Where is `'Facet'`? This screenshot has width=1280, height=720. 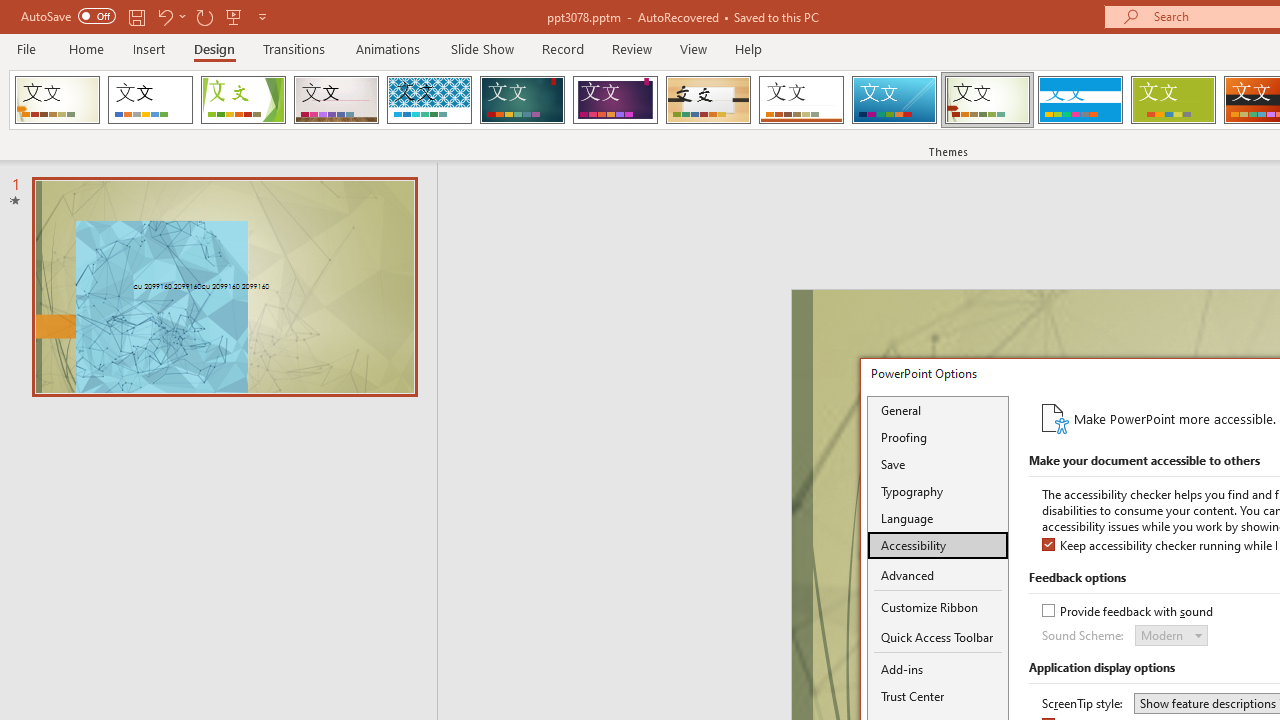
'Facet' is located at coordinates (242, 100).